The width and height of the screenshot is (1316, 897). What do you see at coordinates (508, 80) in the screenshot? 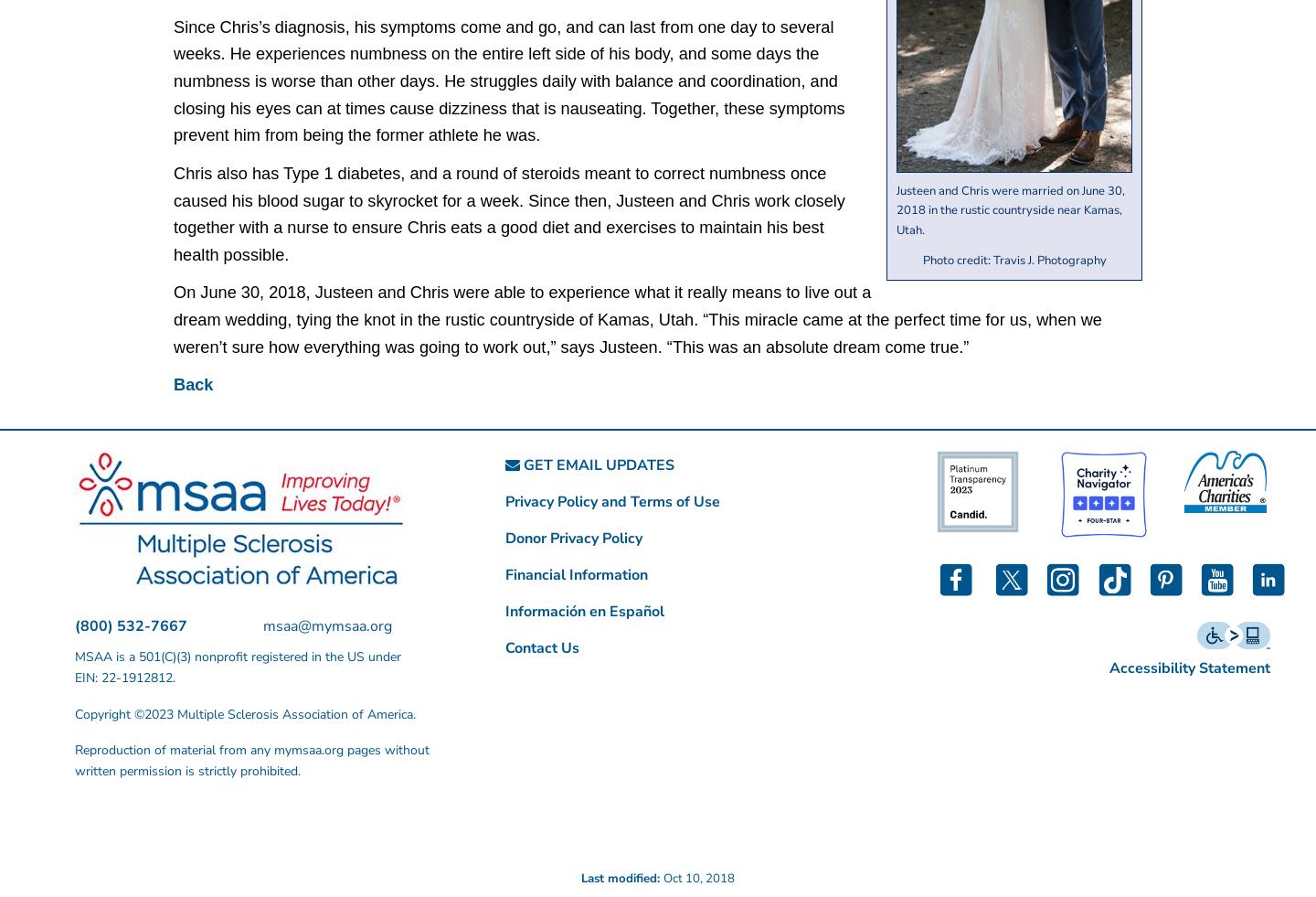
I see `'Since Chris’s diagnosis, his symptoms come and go, and can last from one day to several weeks. He experiences numbness on the entire left side of his body, and some days the numbness is worse than other days. He struggles daily with balance and coordination, and closing his eyes can at times cause dizziness that is nauseating. Together, these symptoms prevent him from being the former athlete he was.'` at bounding box center [508, 80].